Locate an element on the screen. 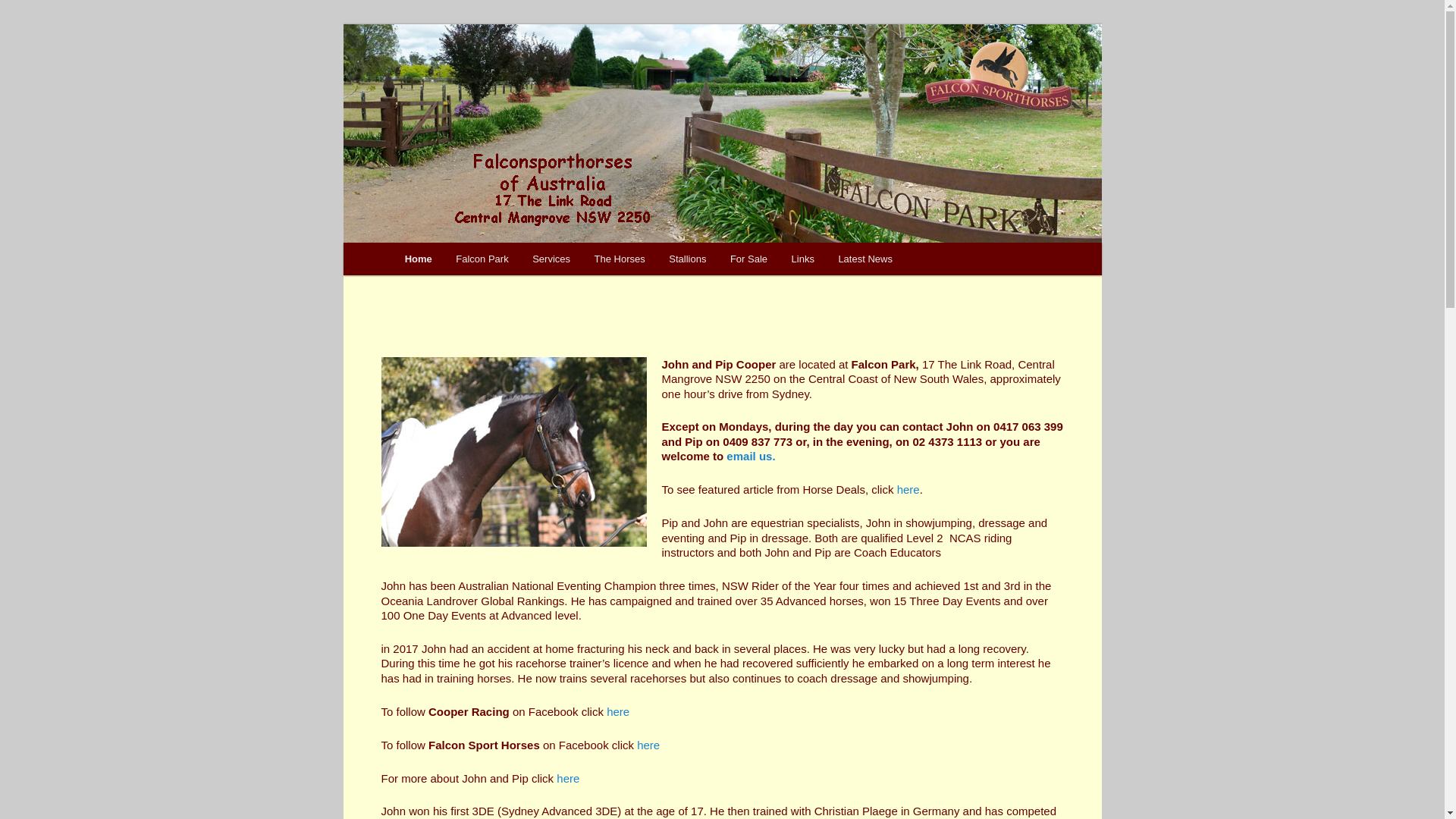 This screenshot has height=819, width=1456. 'Latest News' is located at coordinates (825, 258).